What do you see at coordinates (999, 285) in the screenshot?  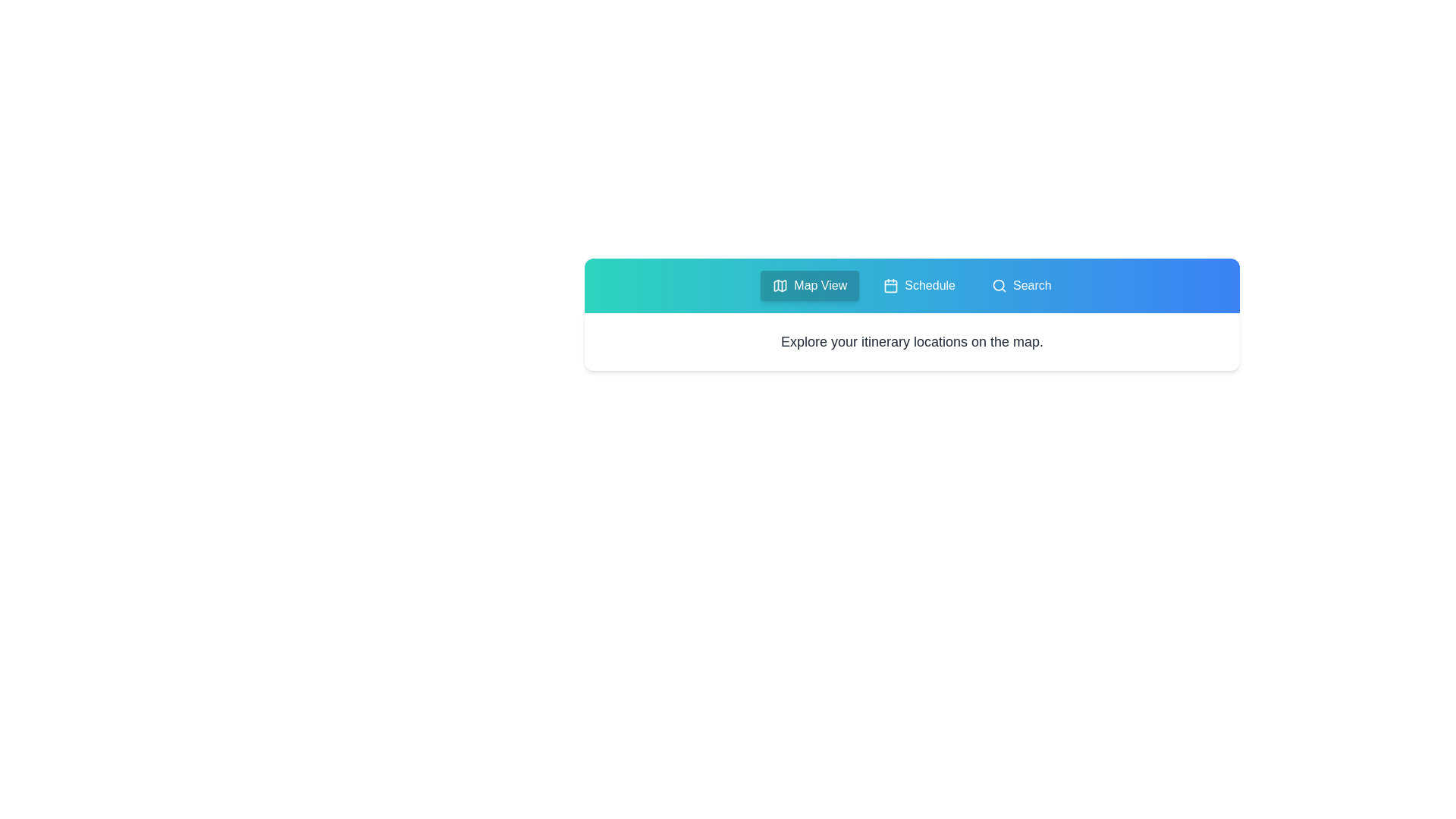 I see `the circular icon element within the search icon located at the rightmost button in the upper menu bar` at bounding box center [999, 285].